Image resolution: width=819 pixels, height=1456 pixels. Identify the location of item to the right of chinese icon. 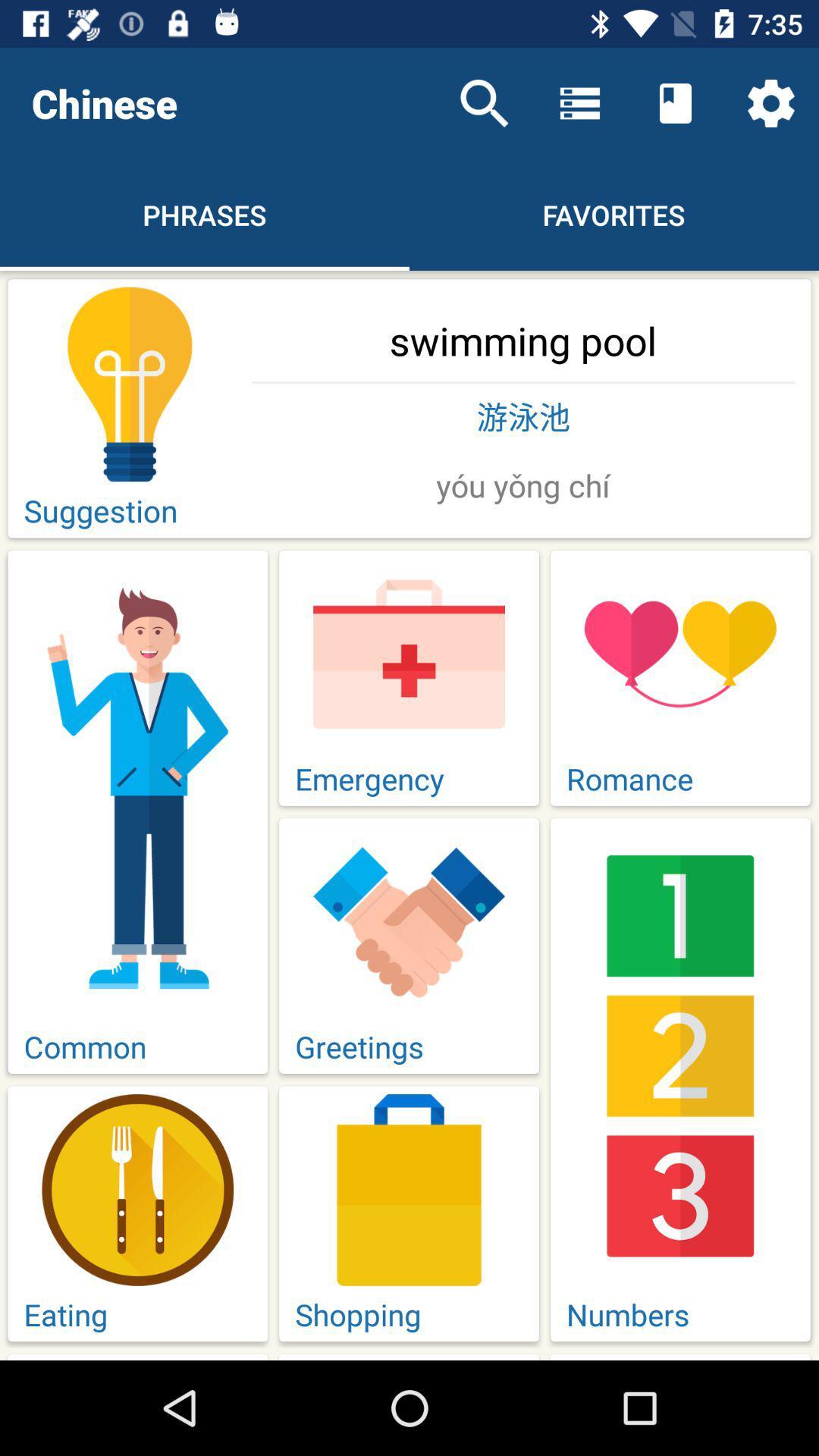
(485, 102).